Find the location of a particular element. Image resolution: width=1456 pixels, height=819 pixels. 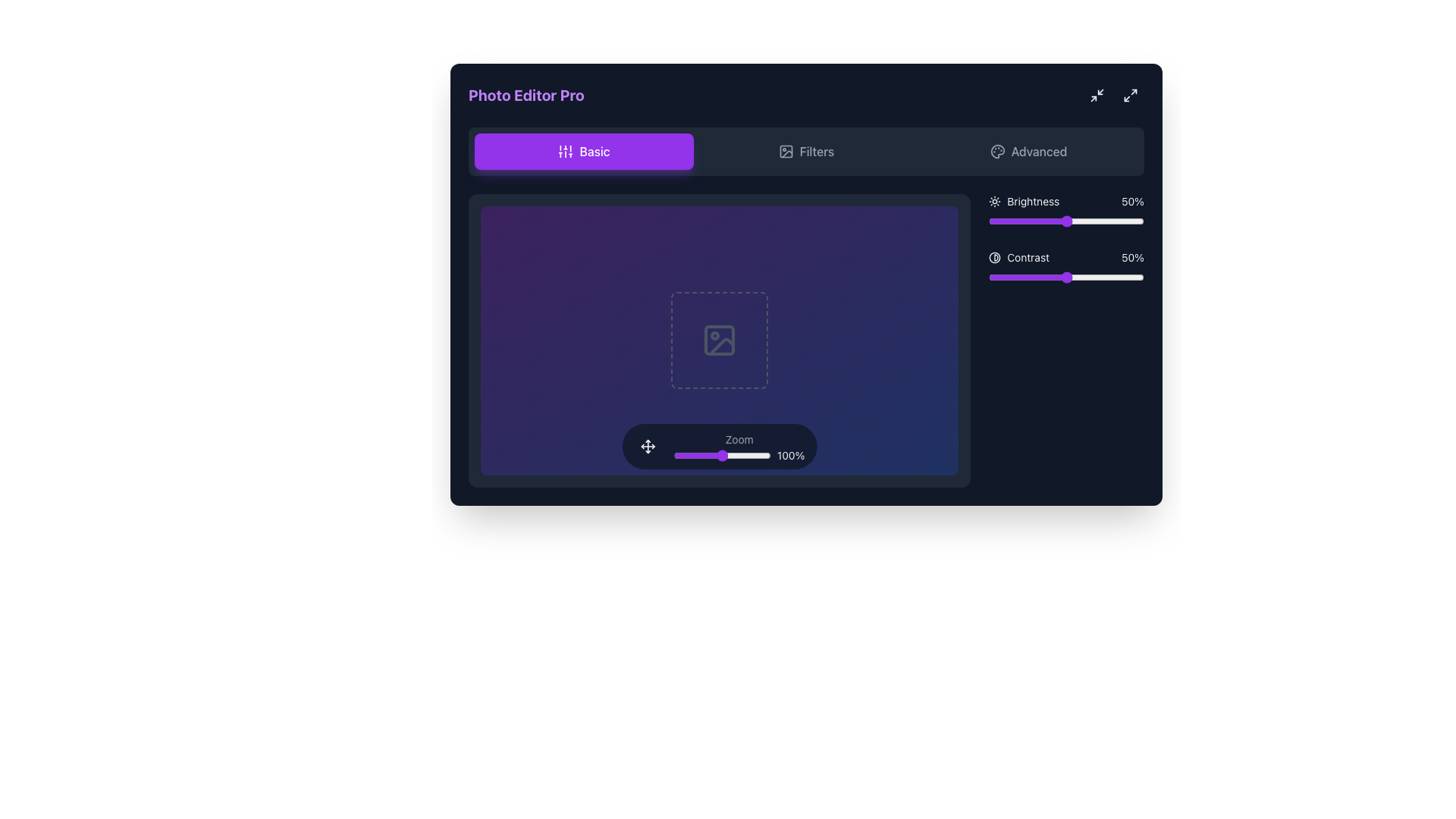

the Text Label located in the upper-right section of the interface, part of the horizontal menu bar, which likely serves as a navigation button for advanced editing options is located at coordinates (1038, 152).